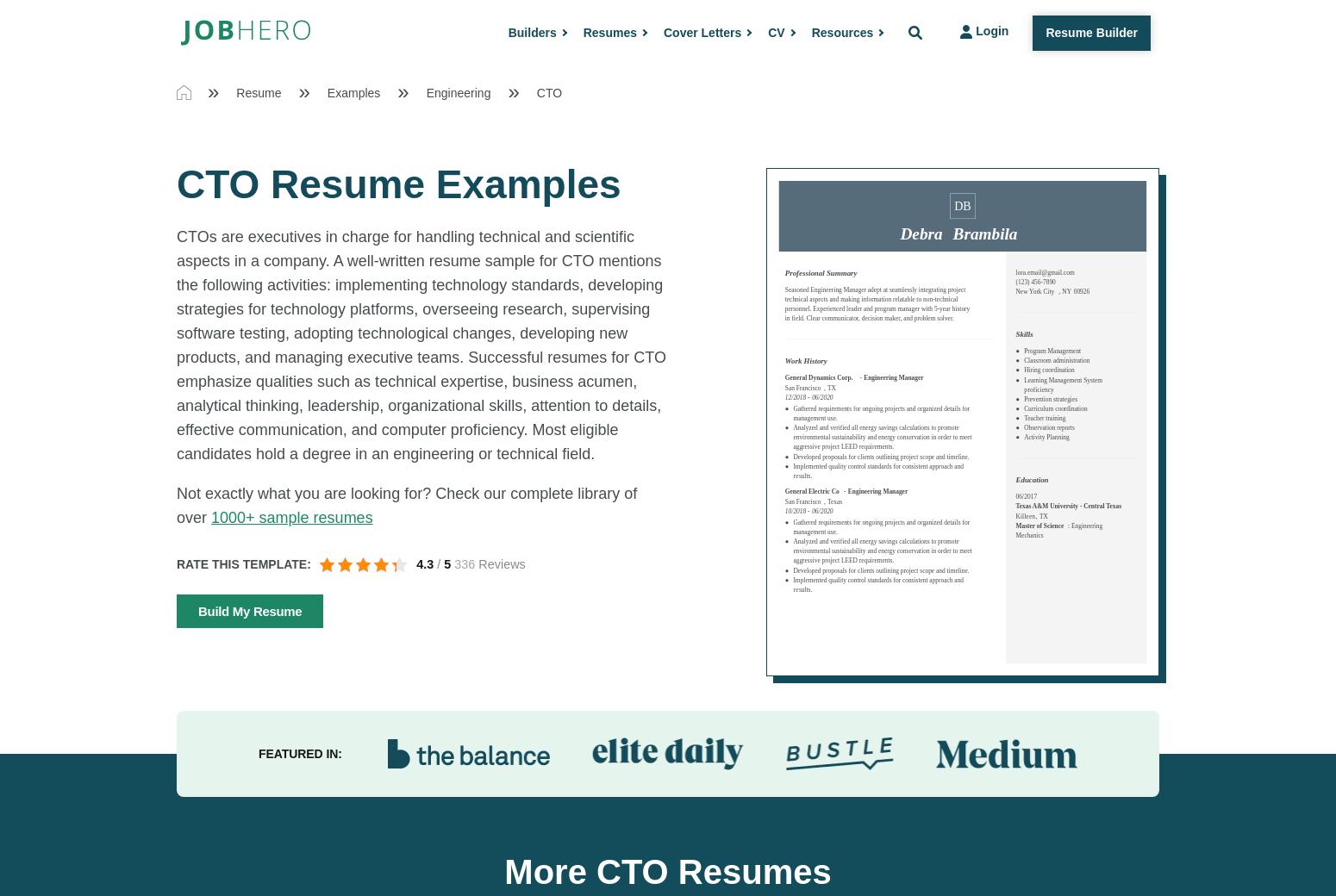  Describe the element at coordinates (840, 31) in the screenshot. I see `'Resources'` at that location.